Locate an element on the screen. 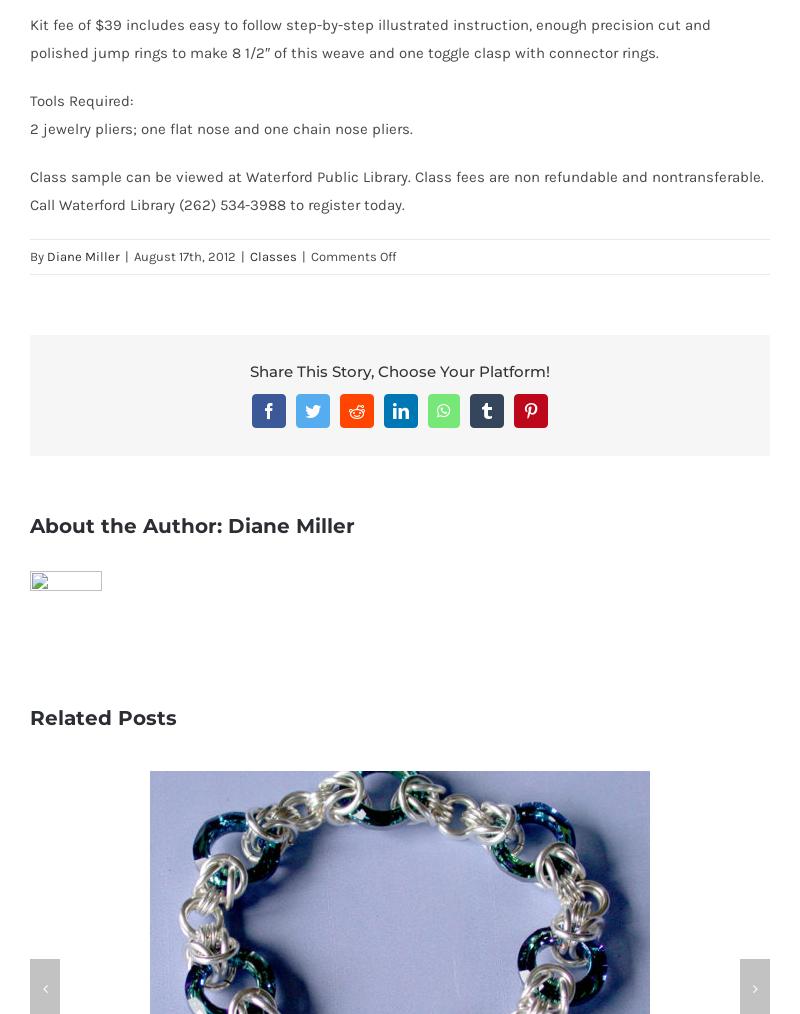 This screenshot has height=1014, width=800. 'Class sample can be viewed at Waterford Public Library. Class fees are non refundable and nontransferable. Call Waterford Library (262) 534-3988 to register today.' is located at coordinates (395, 189).